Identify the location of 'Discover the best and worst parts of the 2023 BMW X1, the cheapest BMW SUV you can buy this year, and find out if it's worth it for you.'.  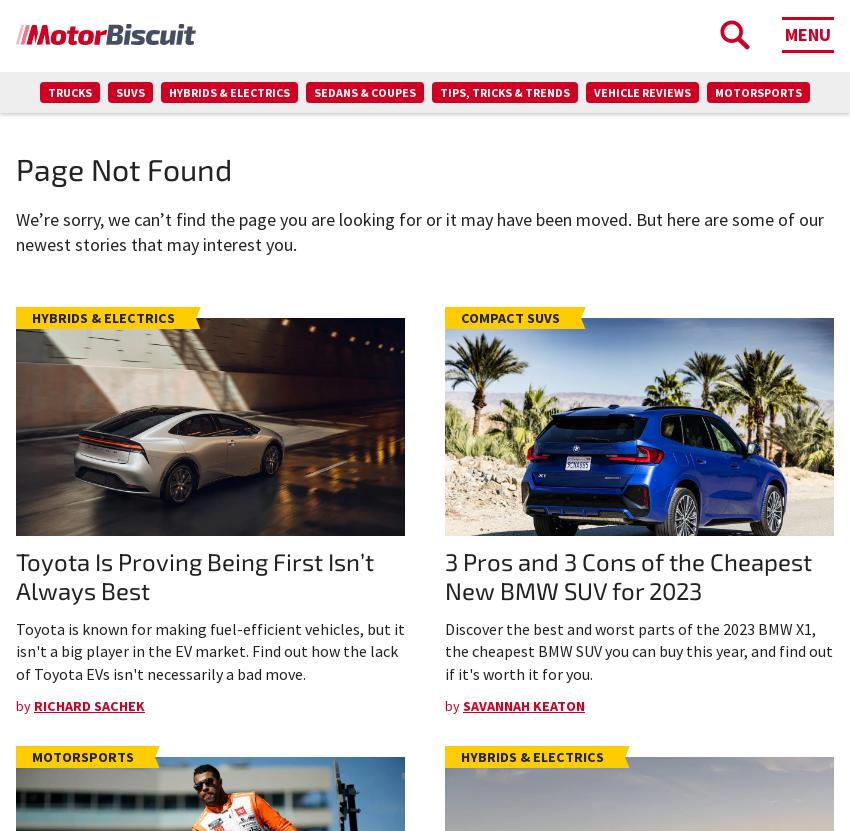
(639, 650).